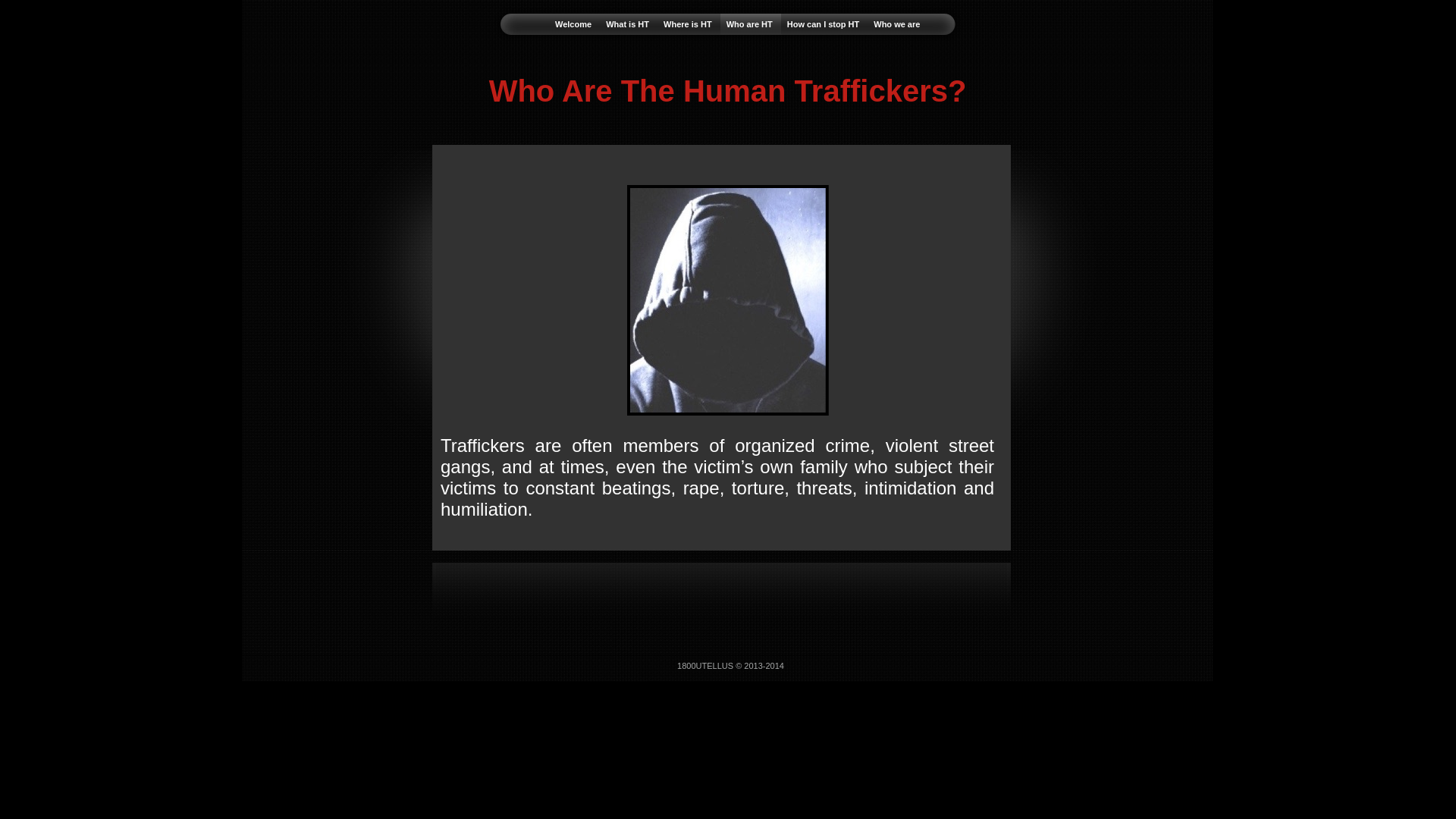  I want to click on 'Who we are', so click(896, 24).